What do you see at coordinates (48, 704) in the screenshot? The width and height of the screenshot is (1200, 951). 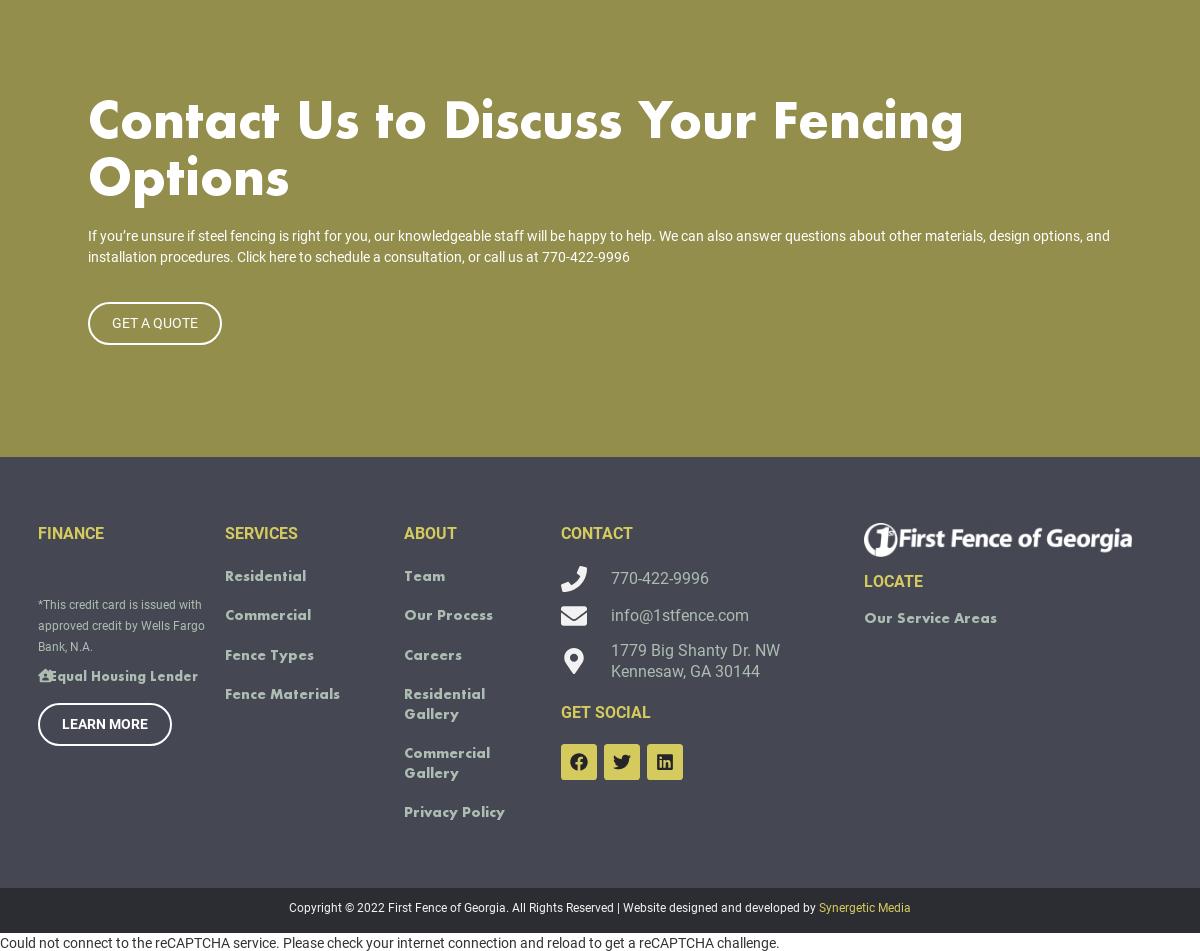 I see `'Equal Housing Lender'` at bounding box center [48, 704].